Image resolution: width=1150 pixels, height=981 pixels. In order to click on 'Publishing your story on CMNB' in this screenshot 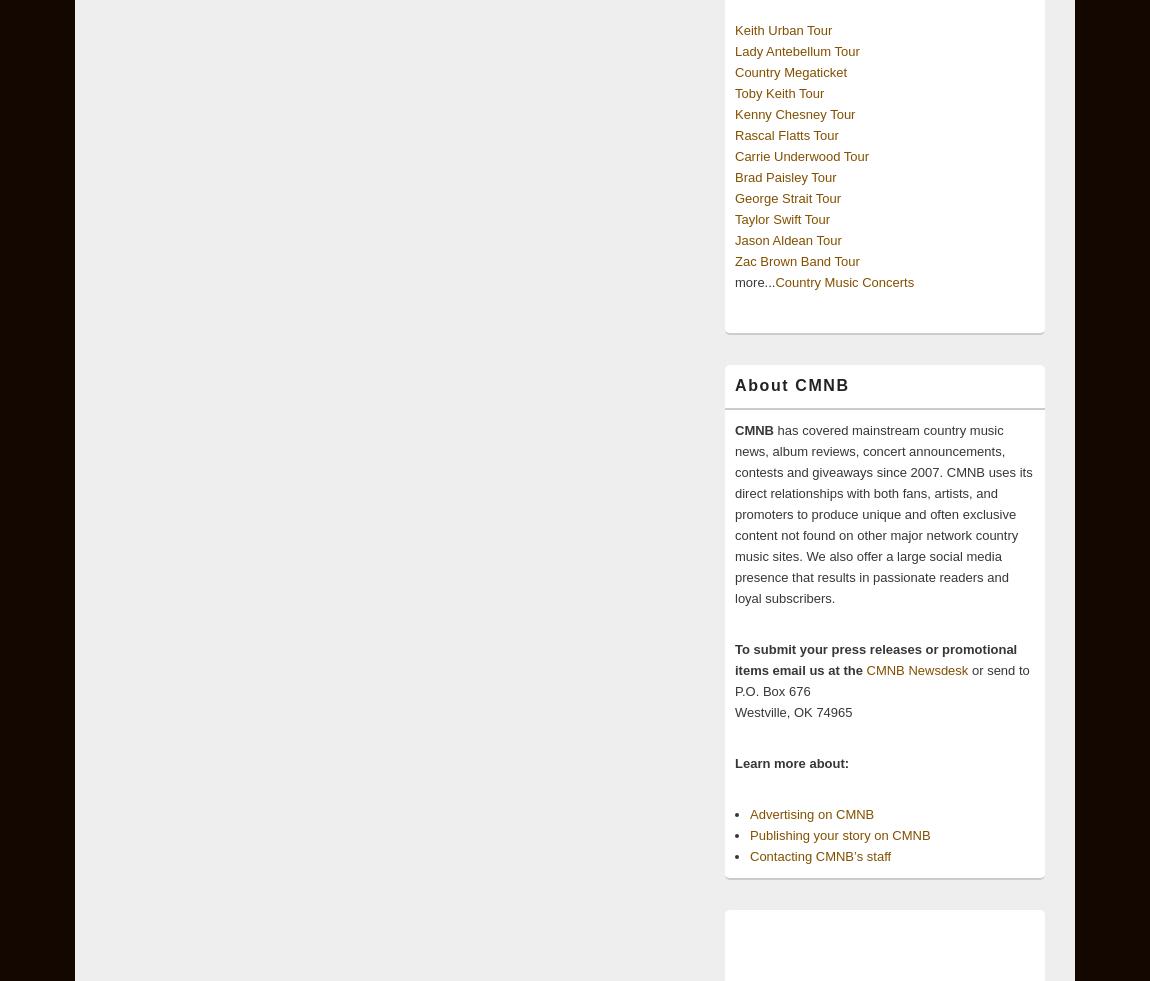, I will do `click(838, 835)`.